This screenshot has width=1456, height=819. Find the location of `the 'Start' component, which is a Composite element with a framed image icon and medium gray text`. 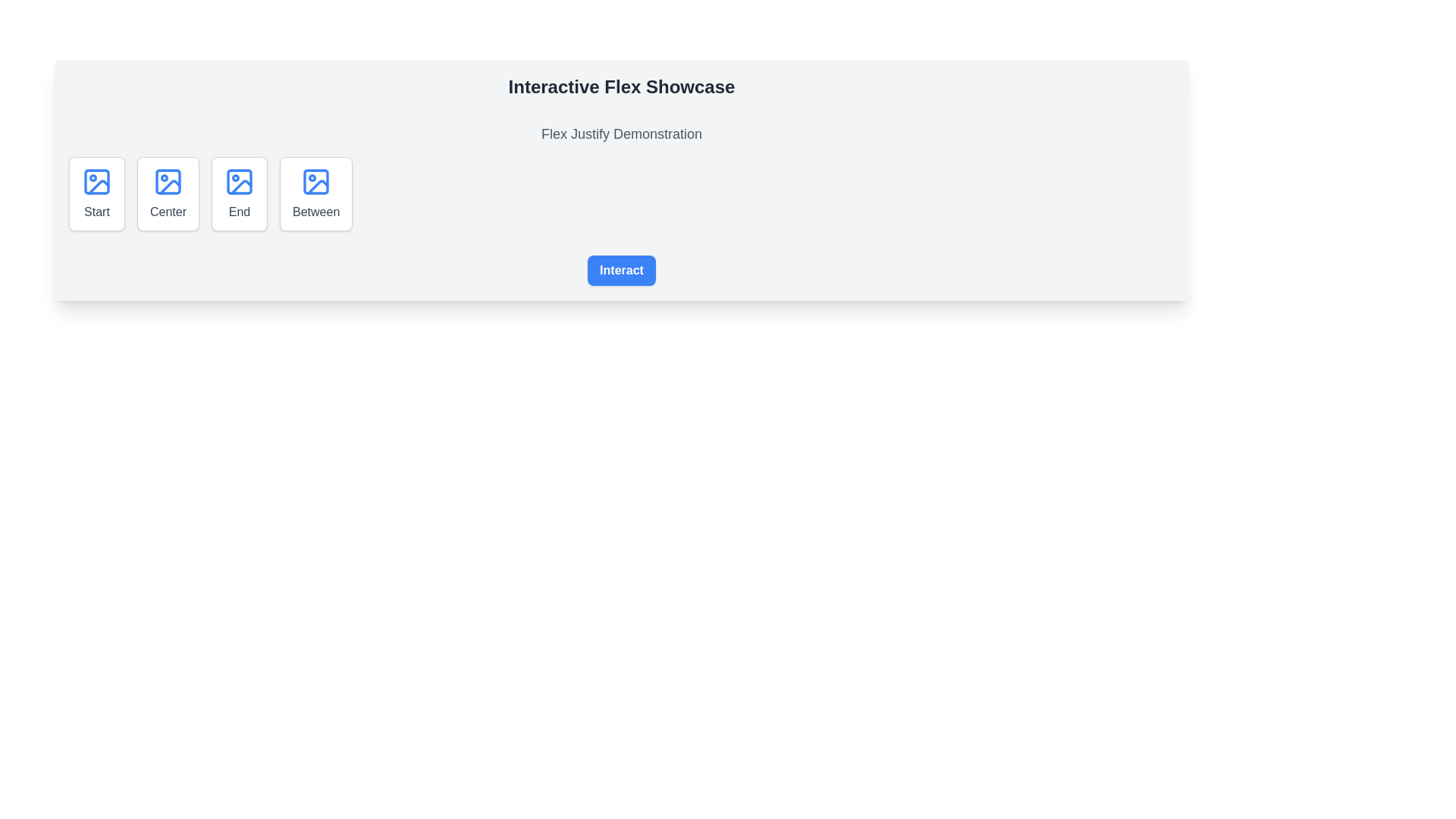

the 'Start' component, which is a Composite element with a framed image icon and medium gray text is located at coordinates (96, 193).